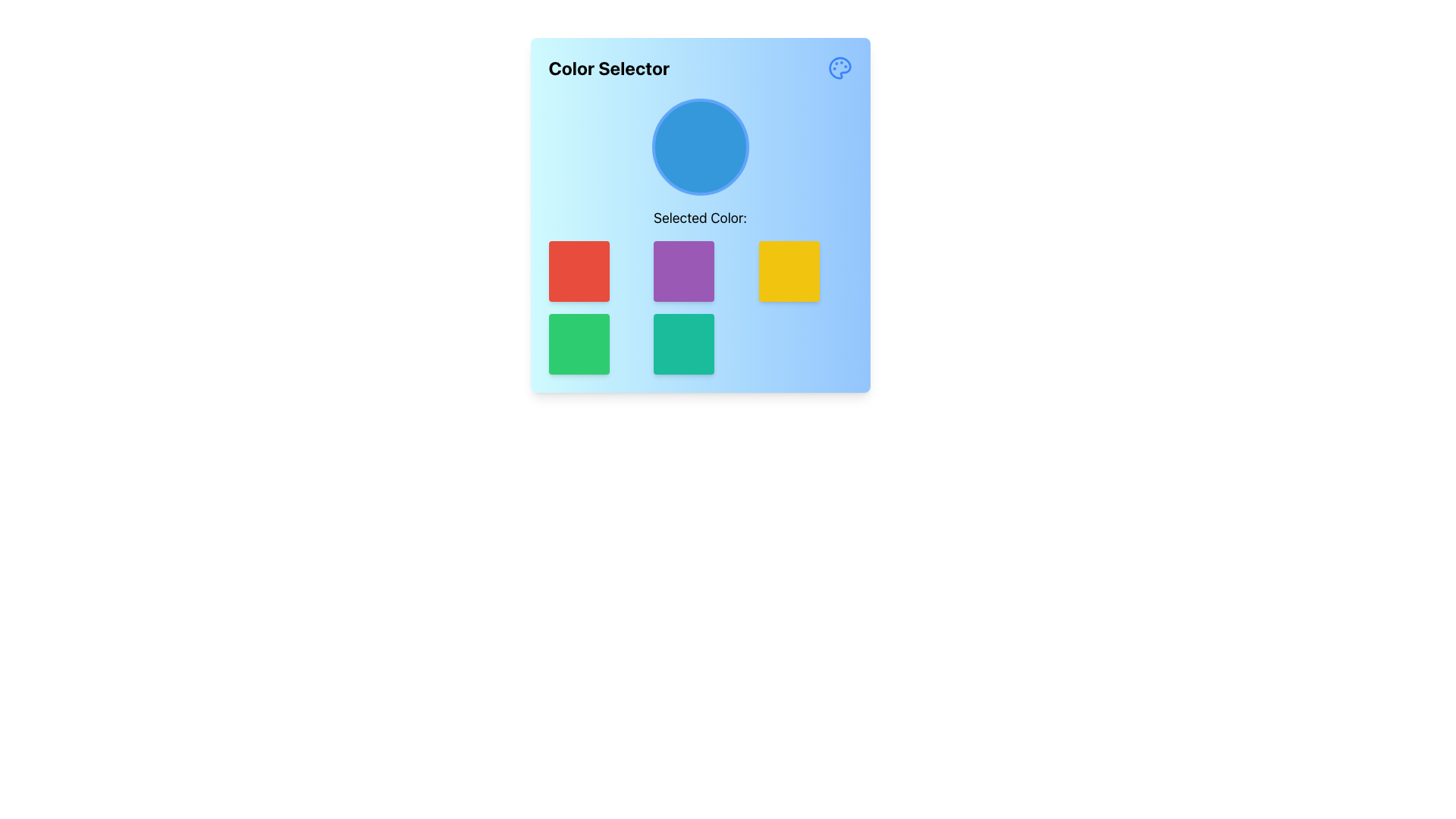  What do you see at coordinates (699, 237) in the screenshot?
I see `the 'Selected Color' text label that describes the function of the color display feature in the Color Selector interface, located below the blue circular color display` at bounding box center [699, 237].